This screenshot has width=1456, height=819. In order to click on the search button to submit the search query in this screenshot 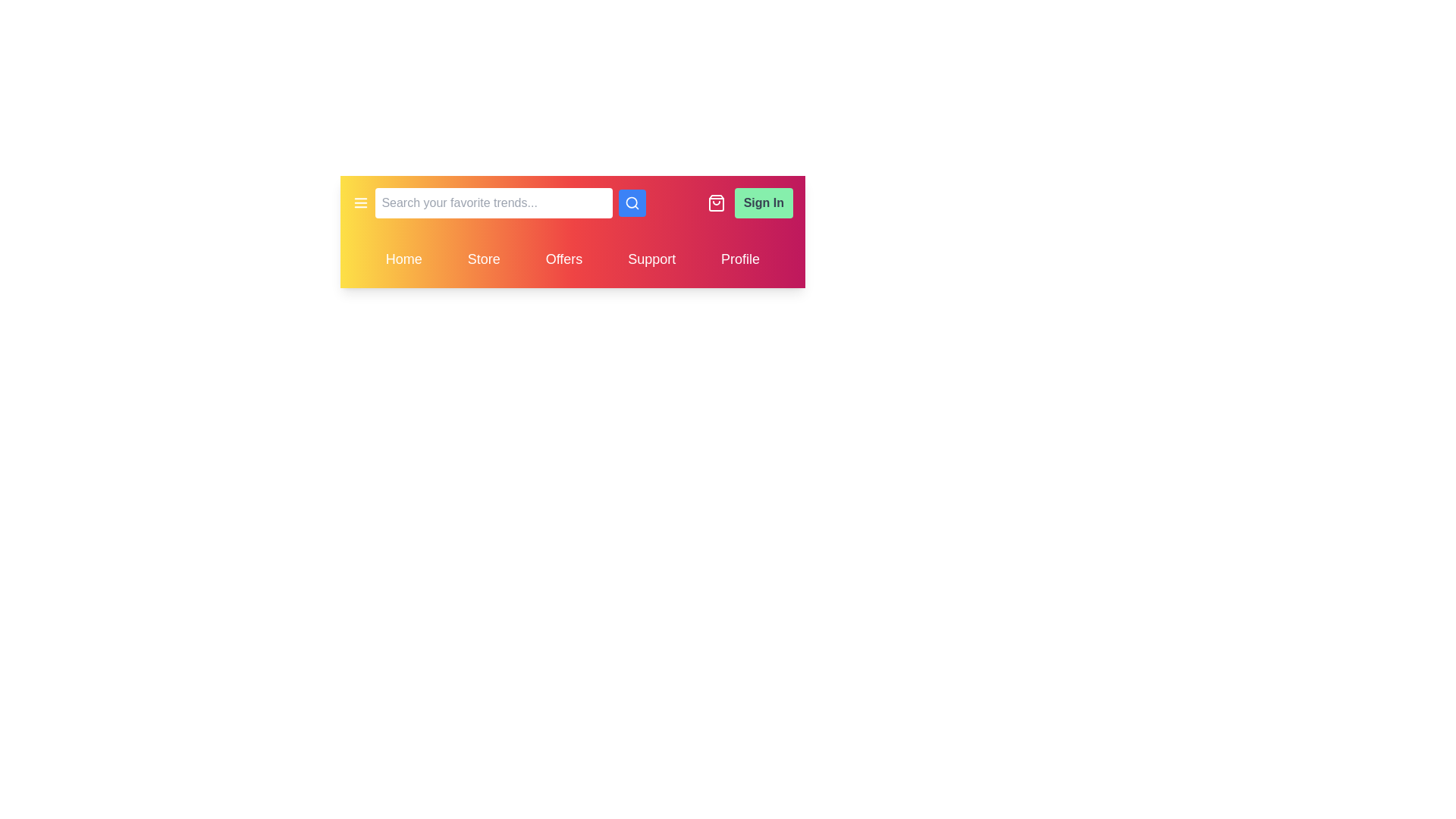, I will do `click(632, 202)`.